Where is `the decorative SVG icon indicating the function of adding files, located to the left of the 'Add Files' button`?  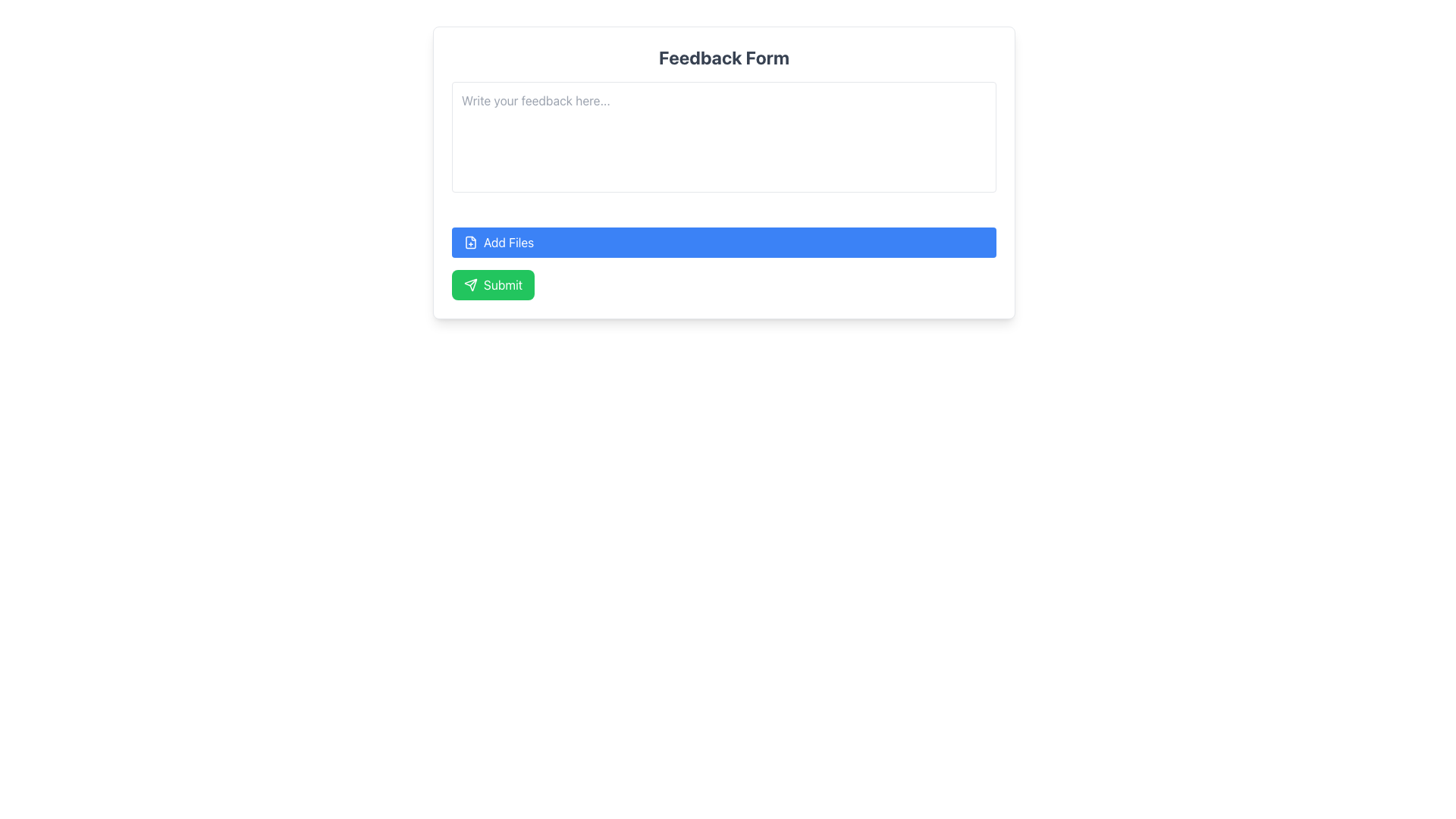 the decorative SVG icon indicating the function of adding files, located to the left of the 'Add Files' button is located at coordinates (469, 242).